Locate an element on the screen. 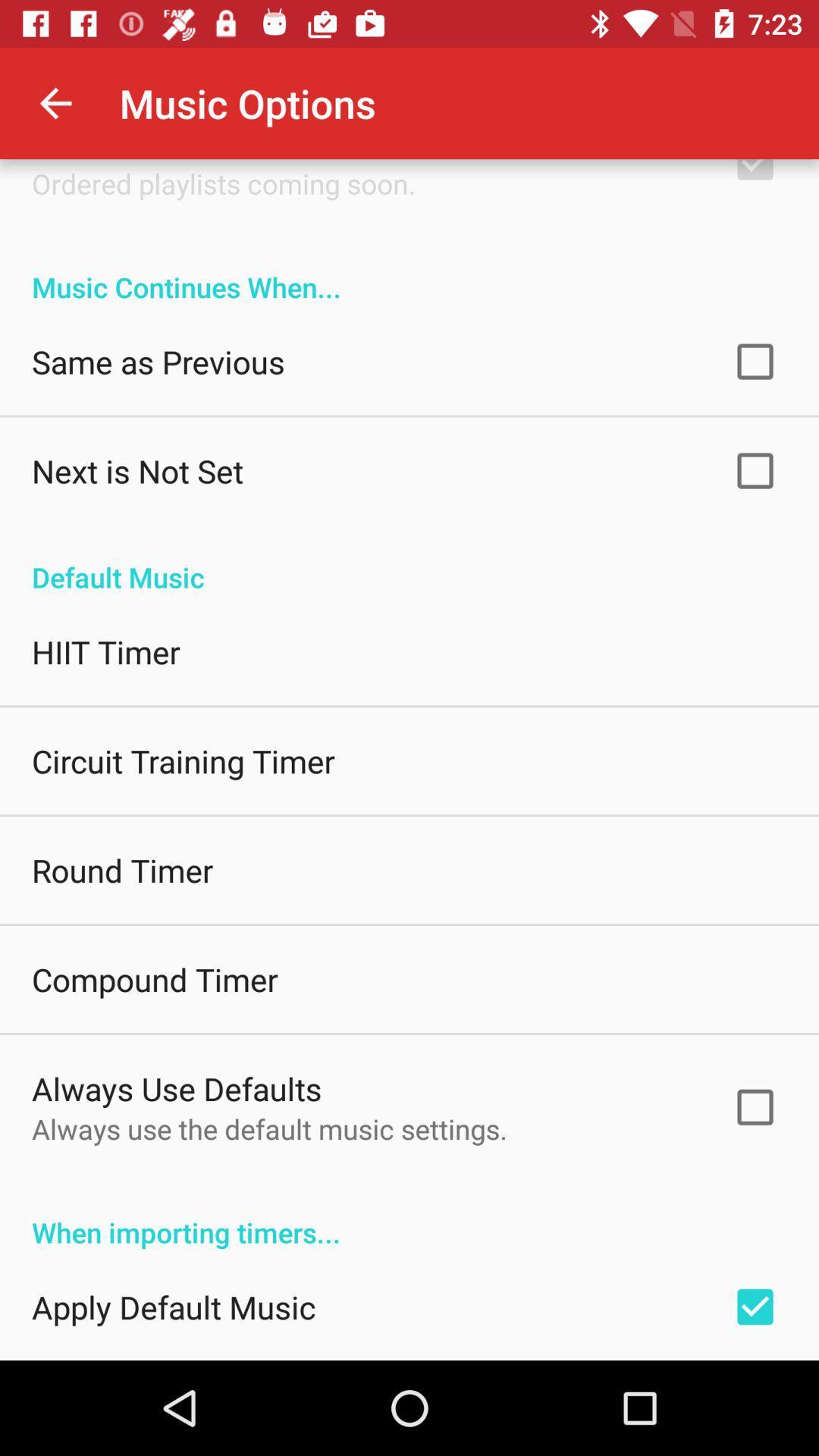  the music continues when... icon is located at coordinates (409, 271).